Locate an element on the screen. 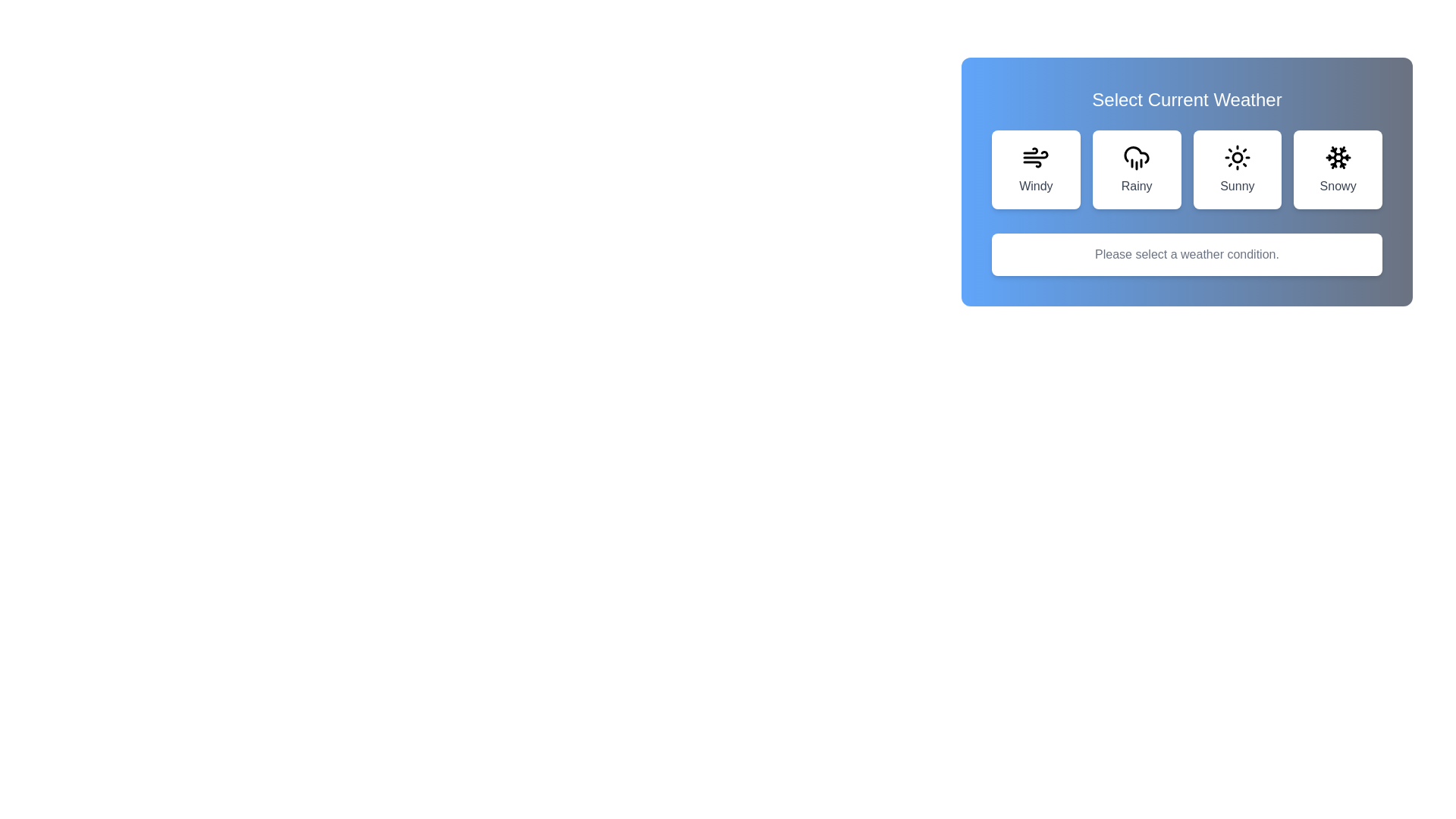  the weather option Snowy is located at coordinates (1337, 169).